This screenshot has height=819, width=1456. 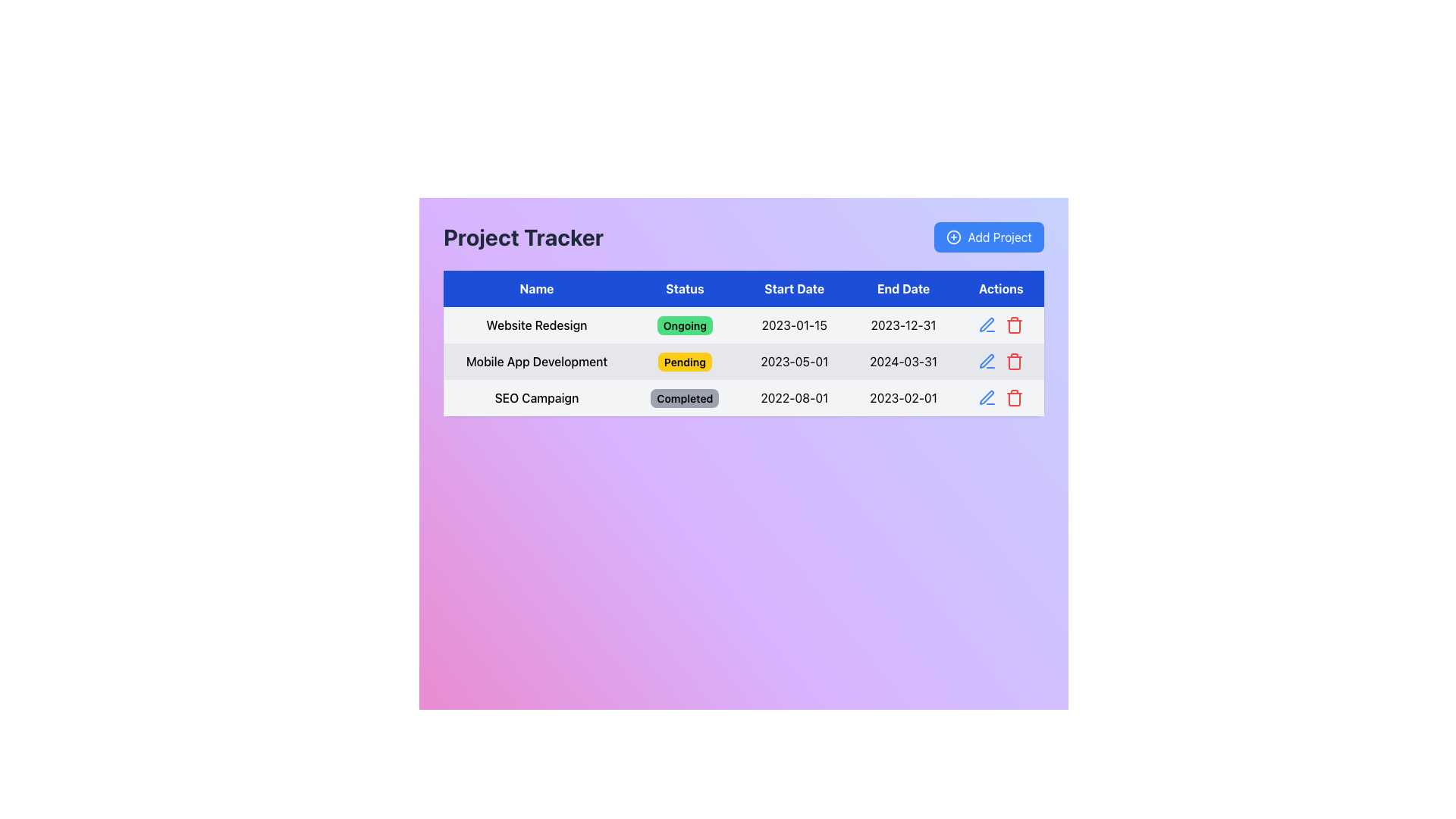 What do you see at coordinates (1001, 289) in the screenshot?
I see `the fifth header cell in the table header, located at the far-right position, which indicates action-related functionalities` at bounding box center [1001, 289].